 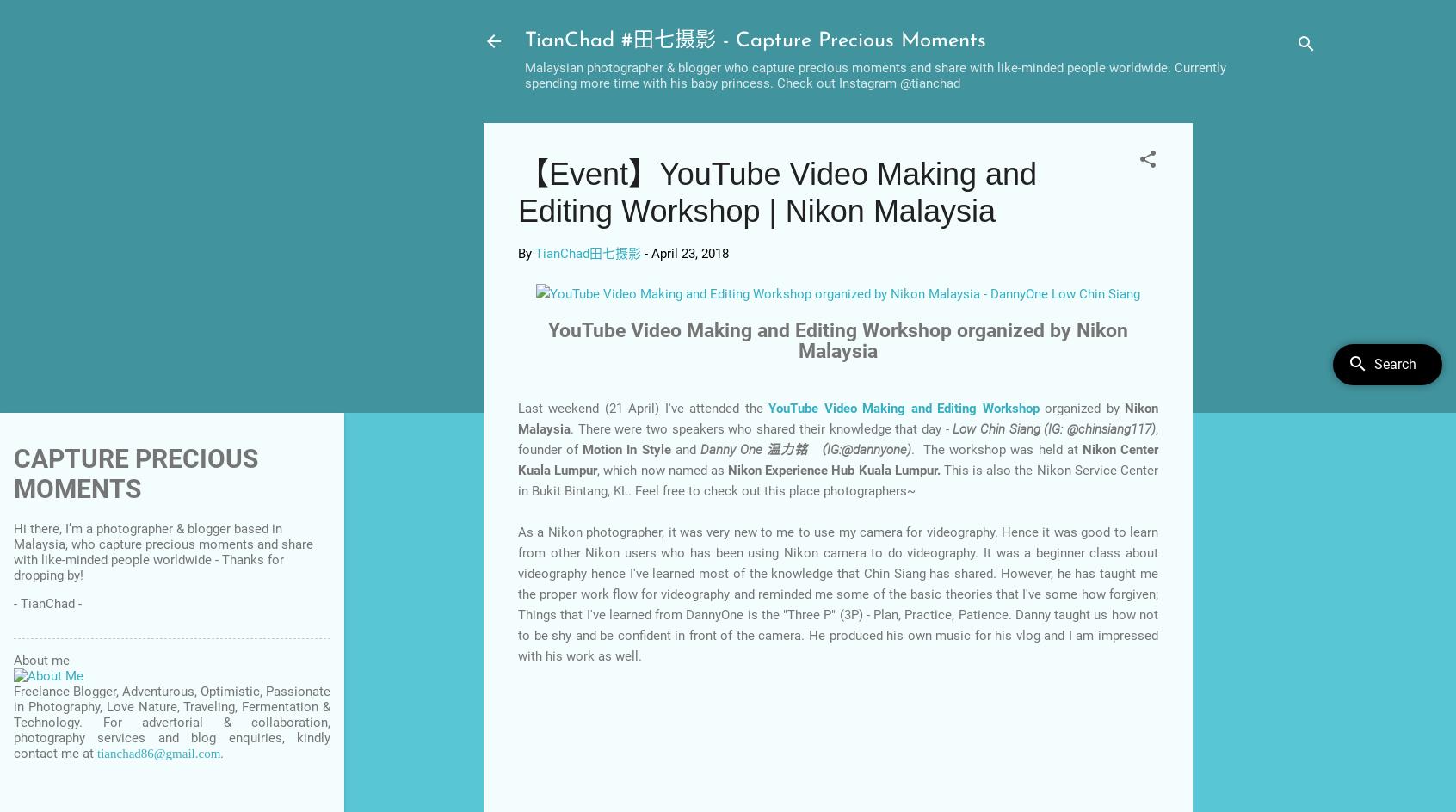 I want to click on 'Freelance Blogger, Adventurous, Optimistic, Passionate in Photography, Love Nature, Traveling, Fermentation & Technology. For advertorial & collaboration, photography services and blog enquiries, kindly contact me at', so click(x=13, y=722).